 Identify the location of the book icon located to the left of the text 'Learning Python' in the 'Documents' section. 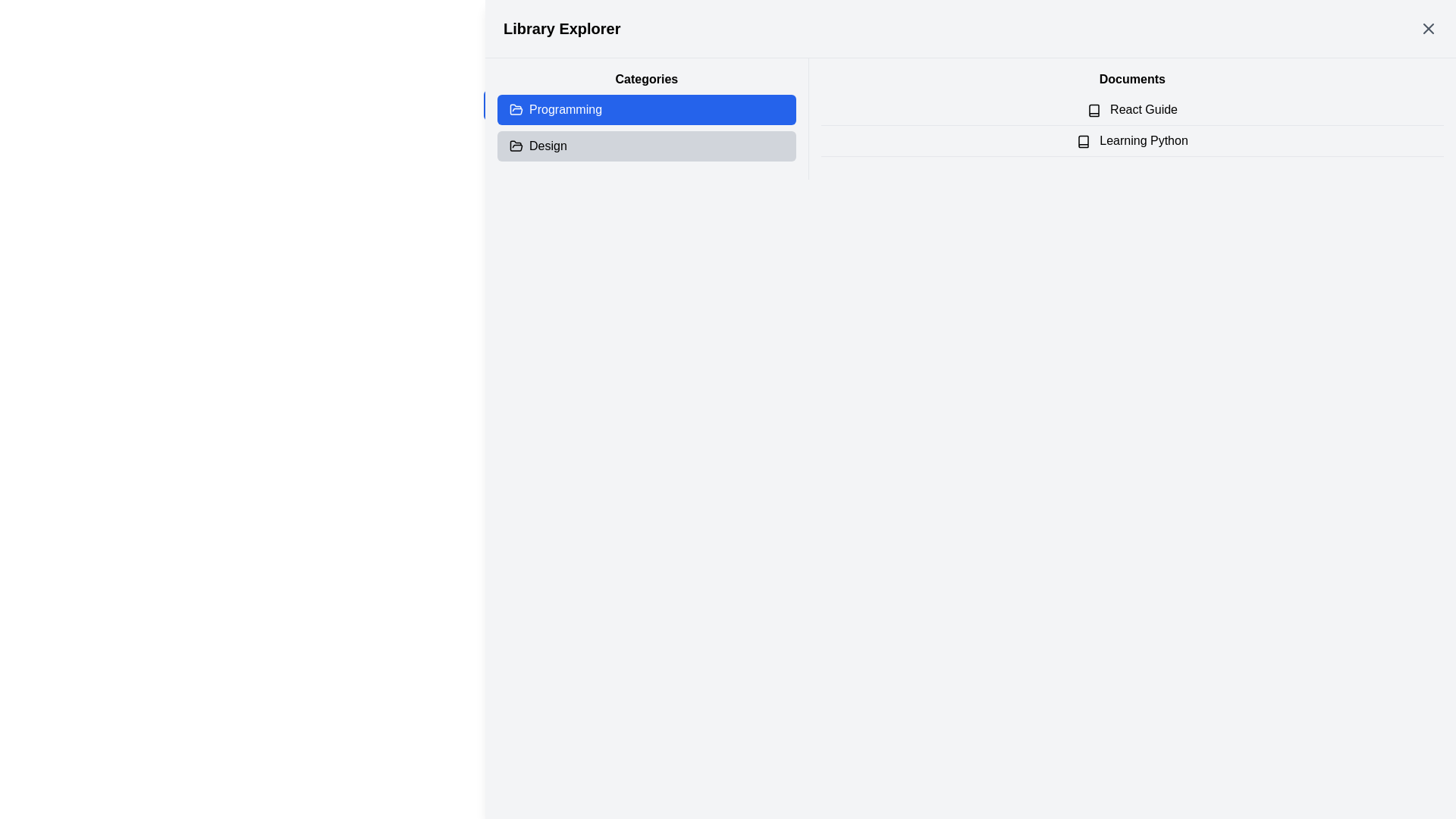
(1094, 109).